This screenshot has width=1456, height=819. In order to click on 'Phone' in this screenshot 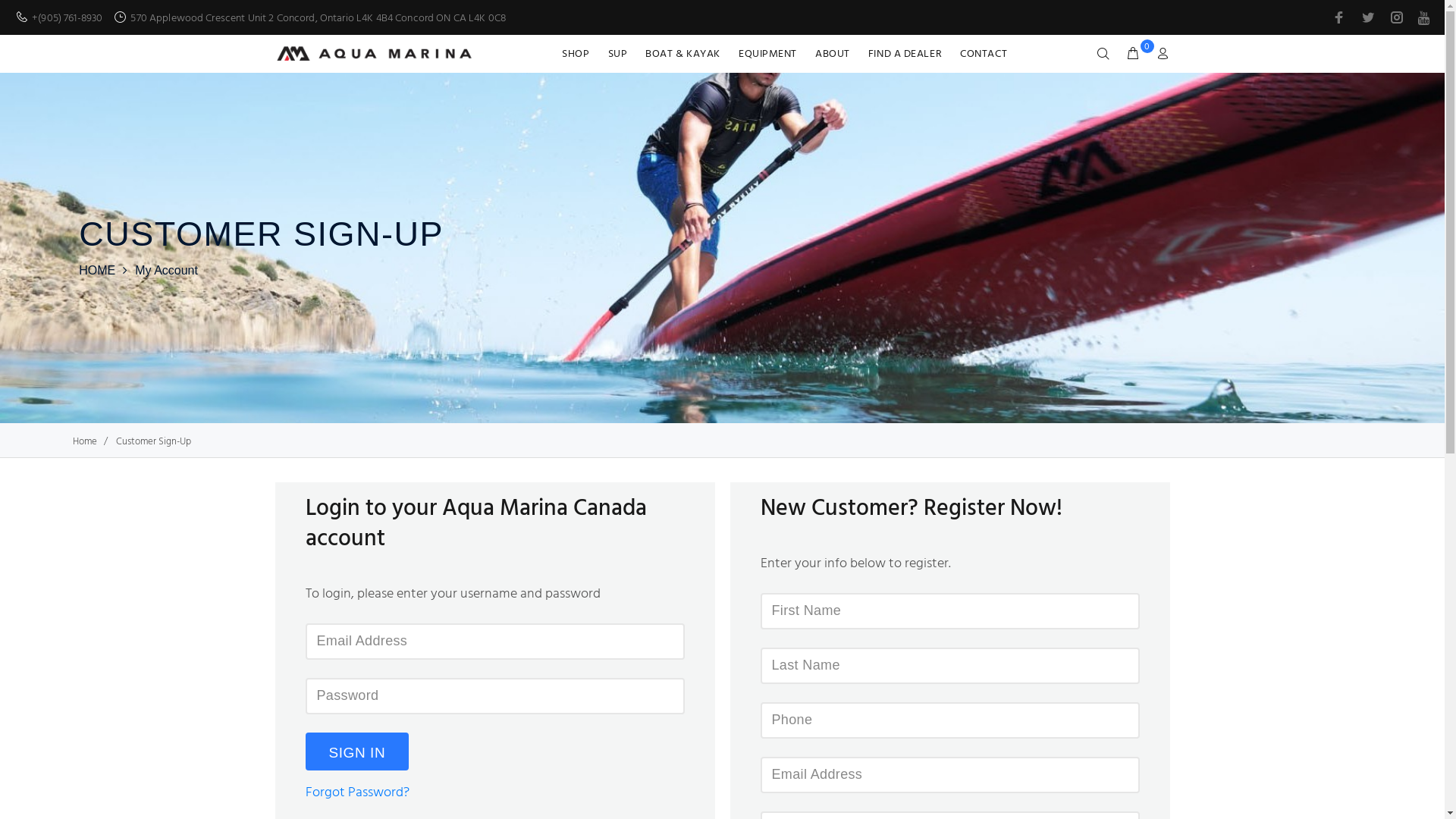, I will do `click(949, 719)`.